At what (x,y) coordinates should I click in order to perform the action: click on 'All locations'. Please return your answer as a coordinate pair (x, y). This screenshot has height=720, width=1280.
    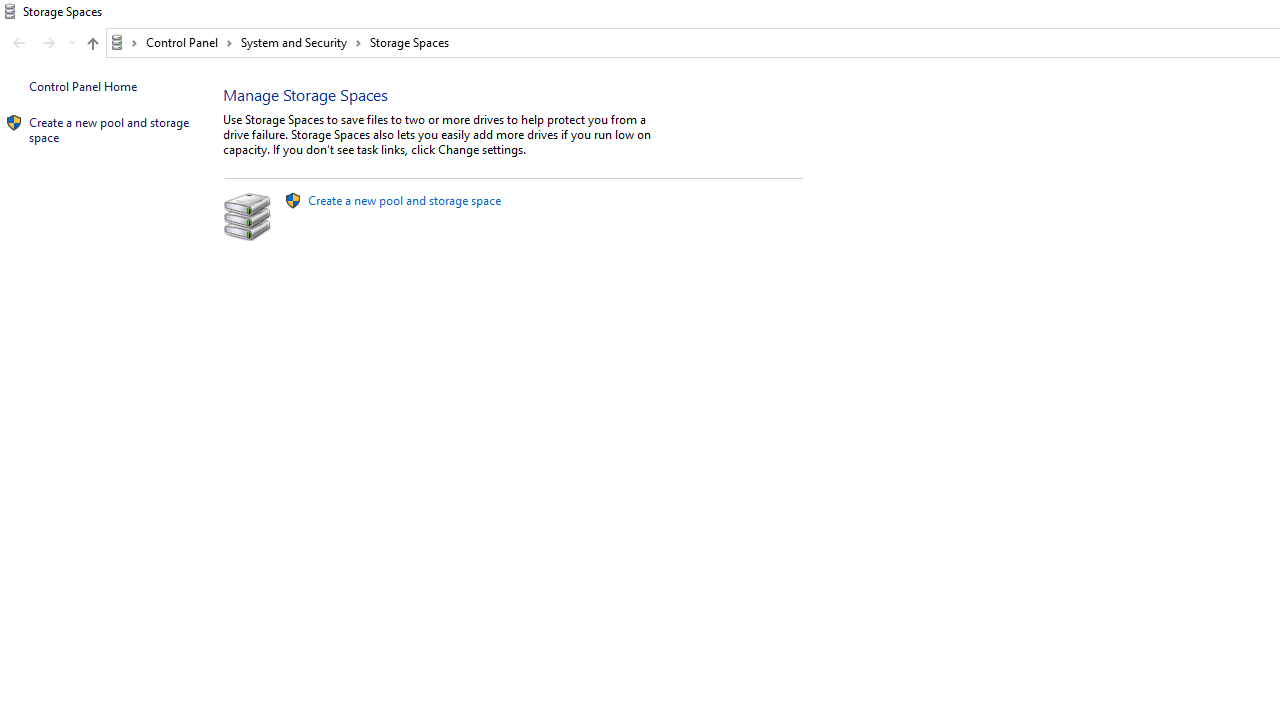
    Looking at the image, I should click on (123, 42).